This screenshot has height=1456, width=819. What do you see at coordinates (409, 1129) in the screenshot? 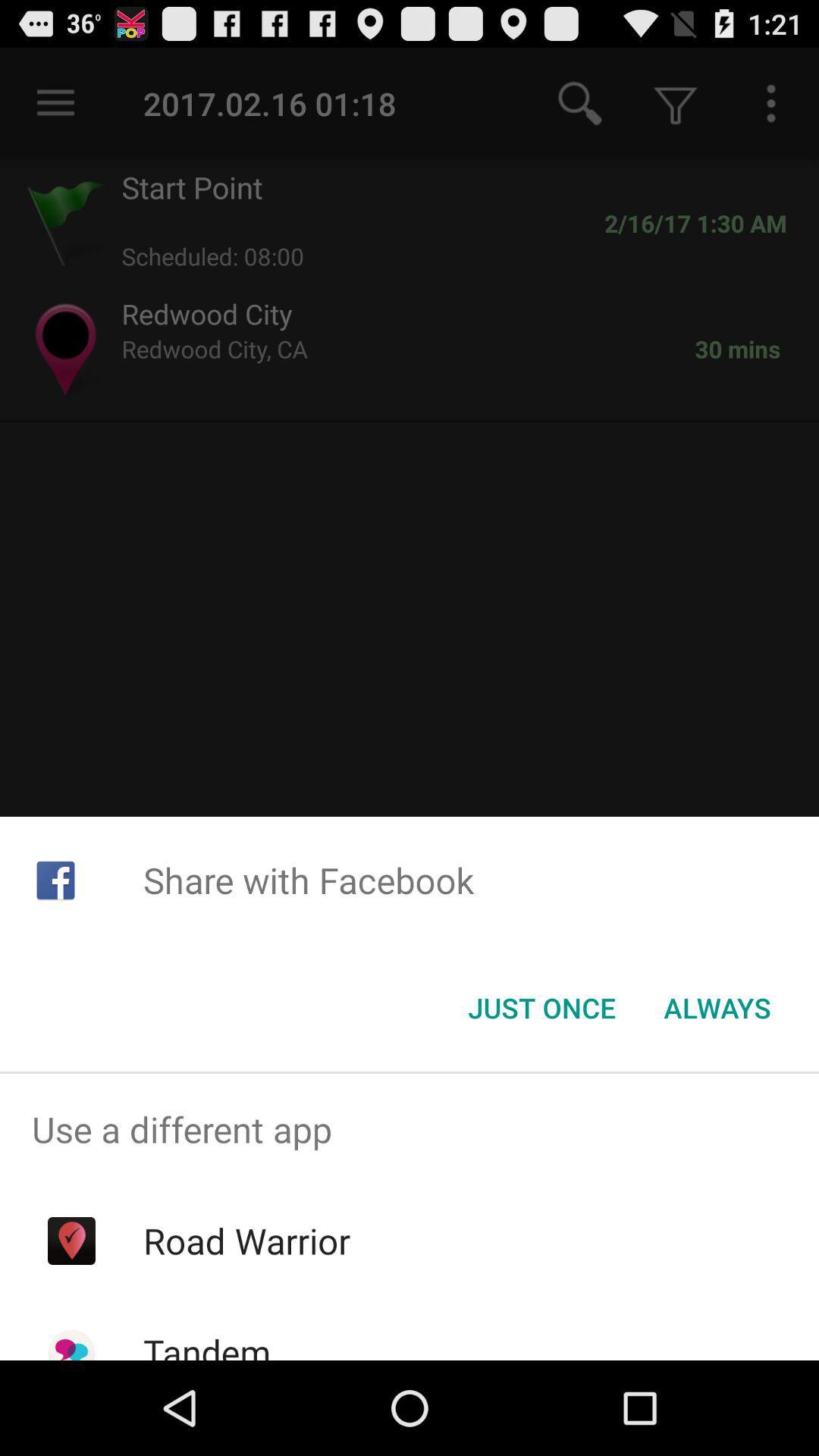
I see `the item above the road warrior` at bounding box center [409, 1129].